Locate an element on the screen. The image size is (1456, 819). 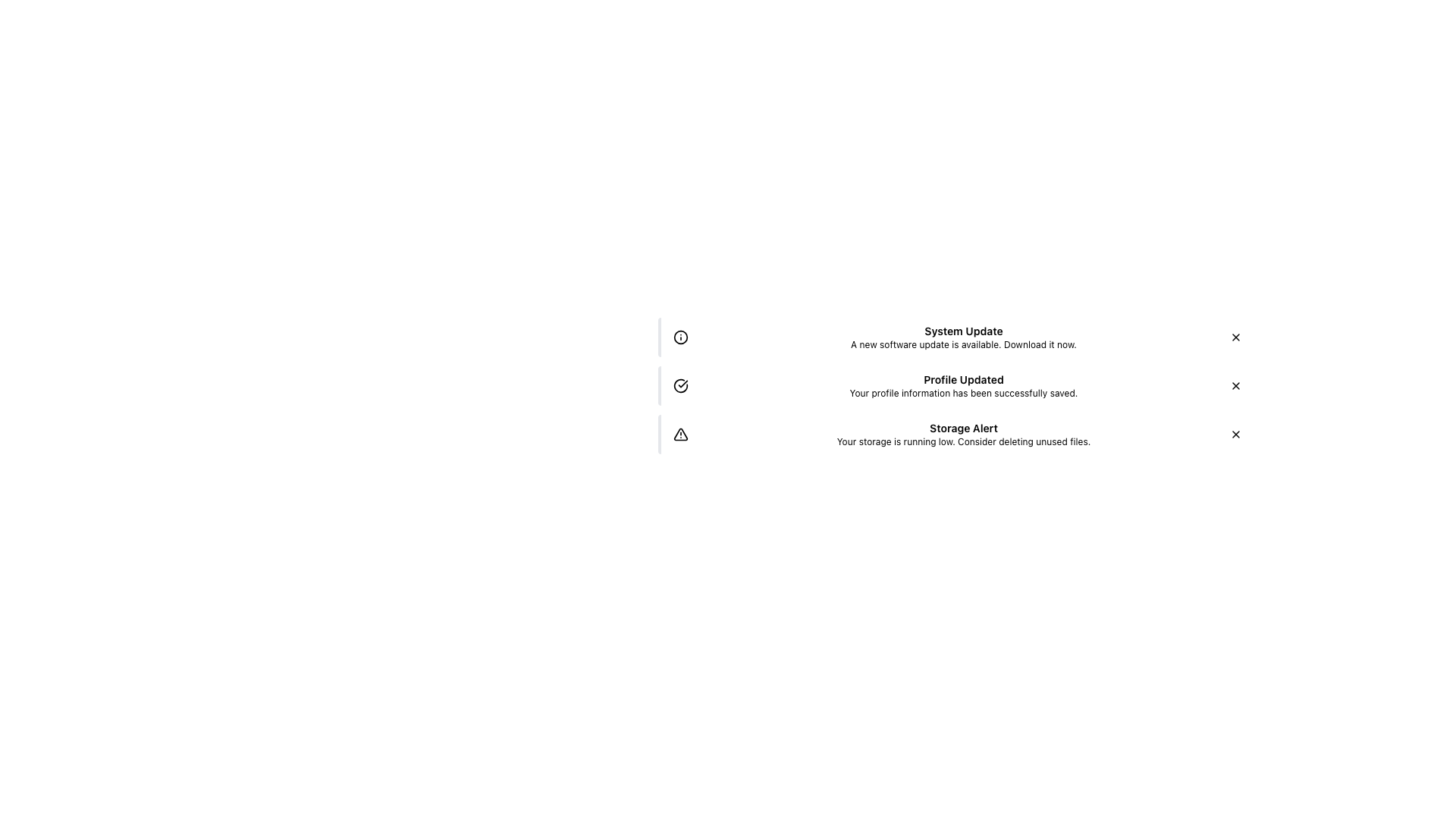
the confirmation message that indicates the user's profile information has been saved successfully, located below the 'Profile Updated' text is located at coordinates (963, 393).